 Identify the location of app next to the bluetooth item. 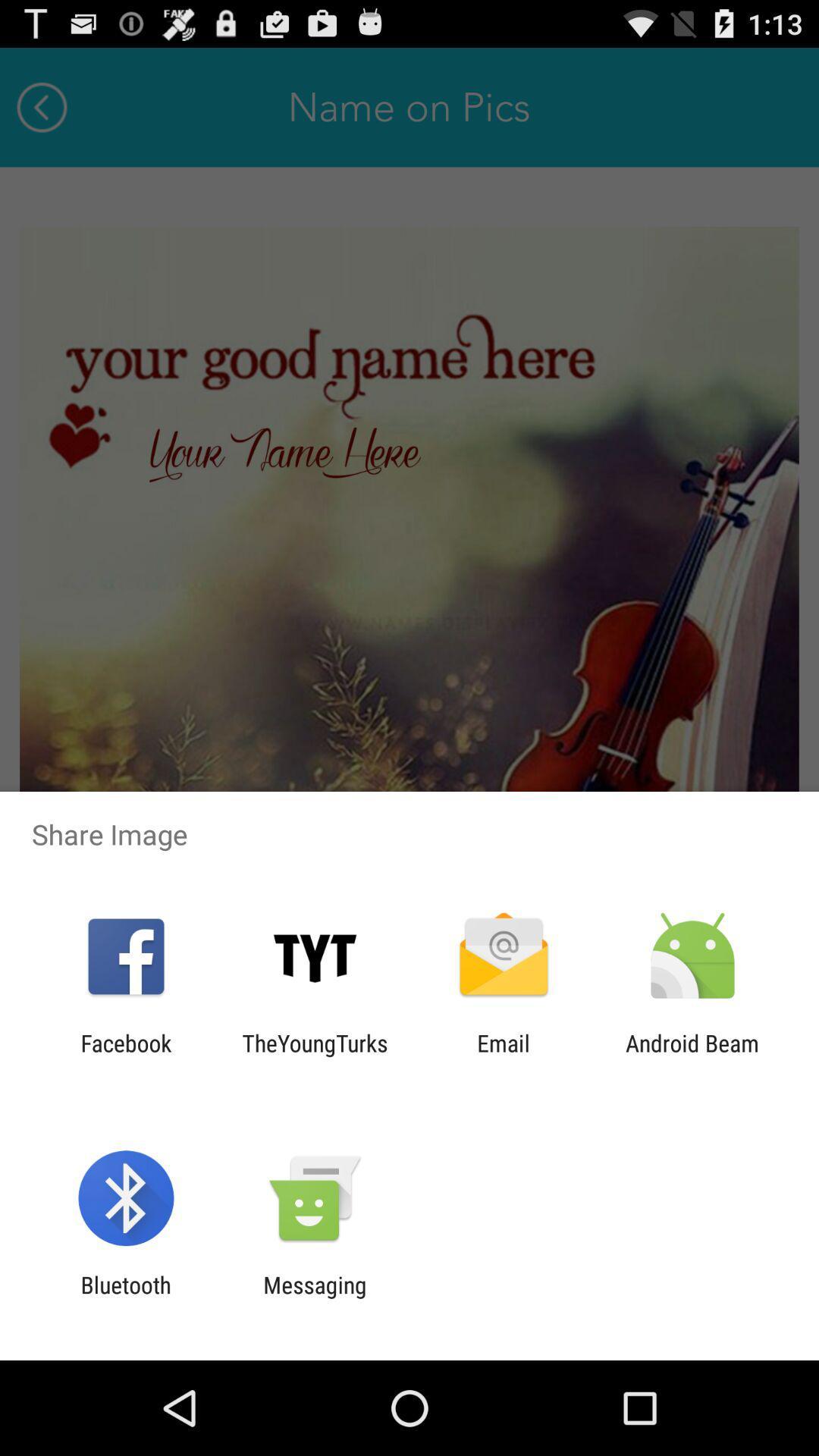
(314, 1298).